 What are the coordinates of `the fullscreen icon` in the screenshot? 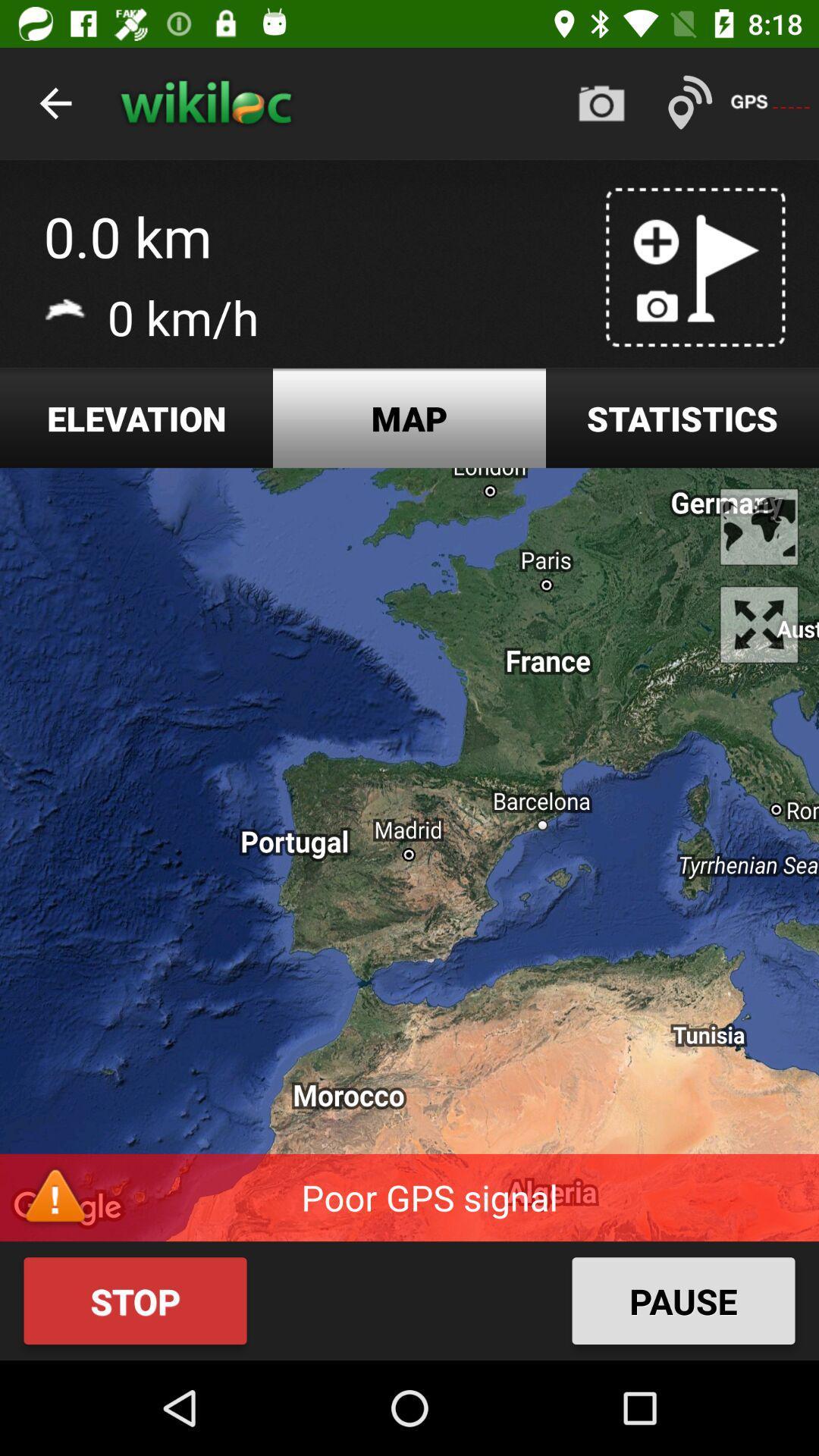 It's located at (759, 624).